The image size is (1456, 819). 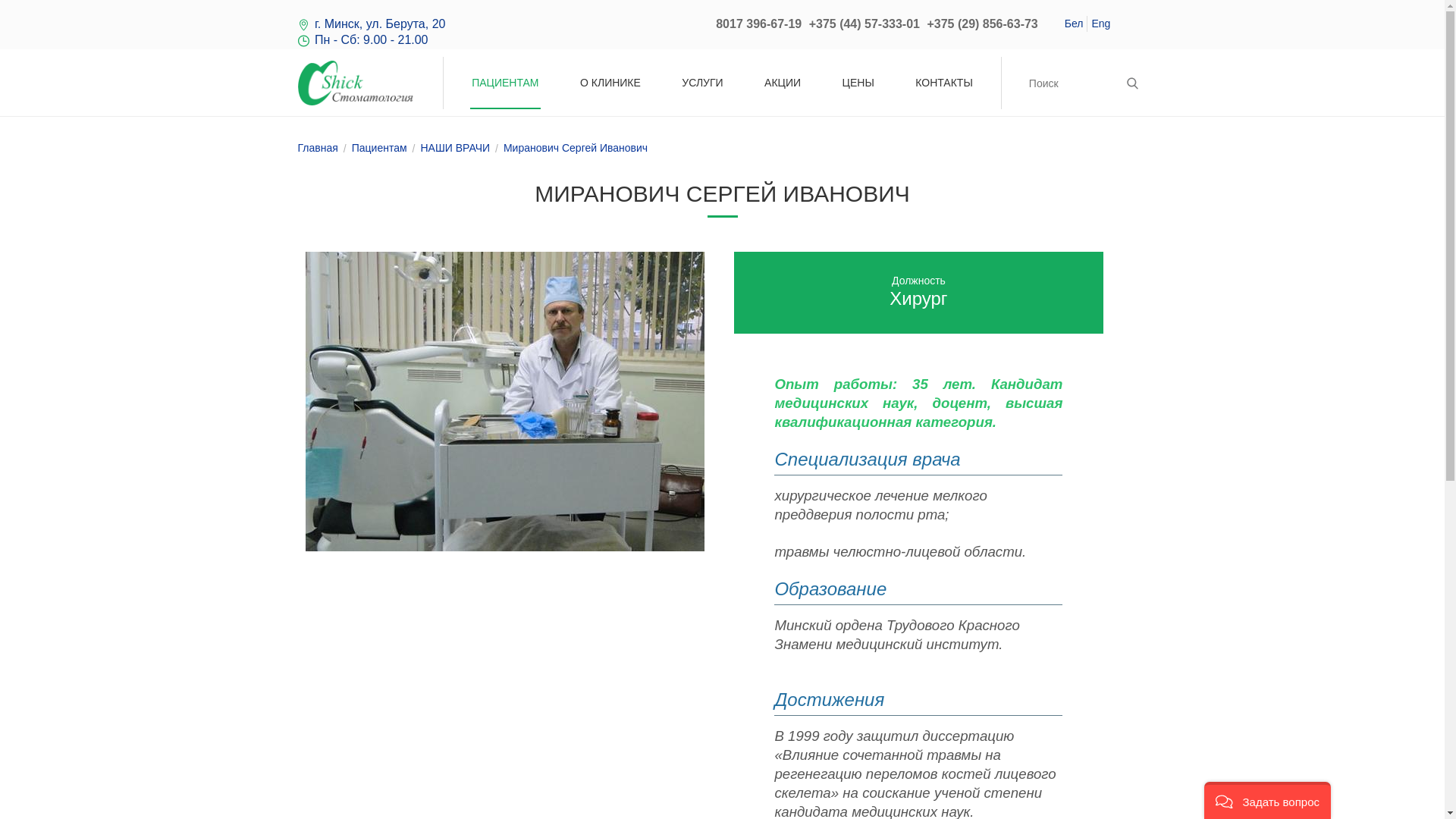 I want to click on 'Eng', so click(x=1100, y=23).